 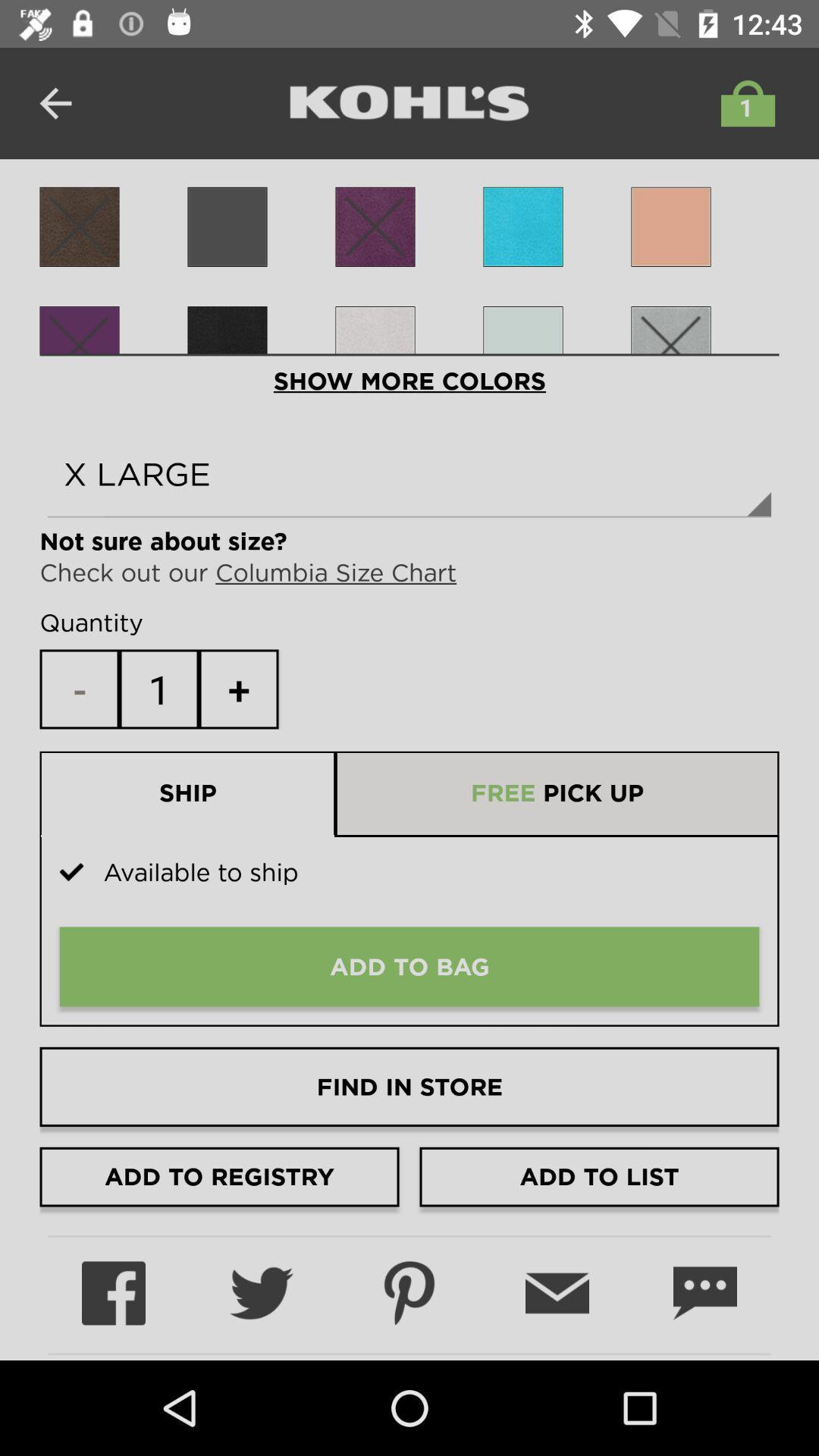 I want to click on the close icon, so click(x=79, y=345).